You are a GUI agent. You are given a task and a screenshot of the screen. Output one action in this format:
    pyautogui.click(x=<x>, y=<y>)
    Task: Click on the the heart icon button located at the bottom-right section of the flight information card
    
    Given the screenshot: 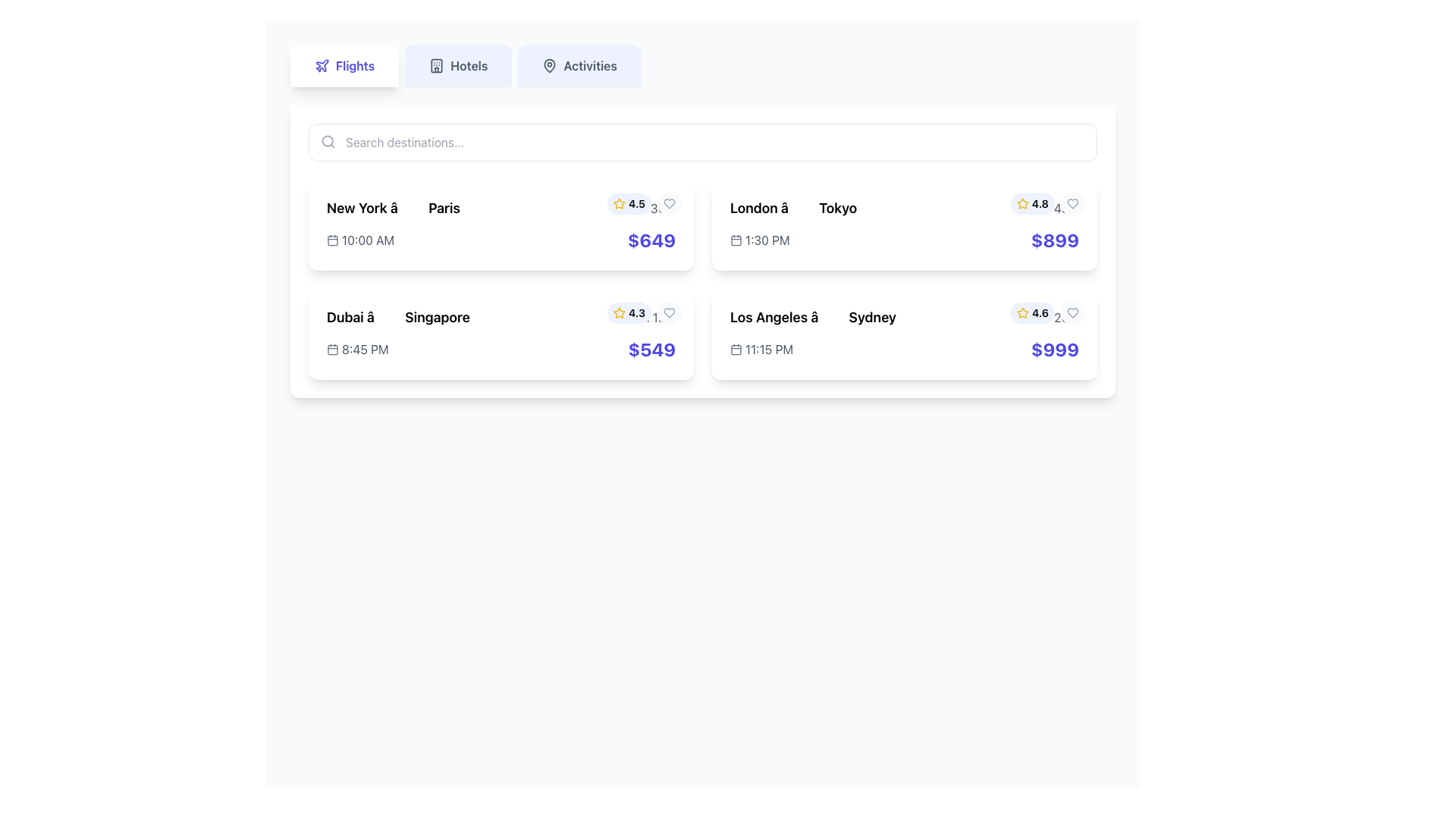 What is the action you would take?
    pyautogui.click(x=1072, y=203)
    